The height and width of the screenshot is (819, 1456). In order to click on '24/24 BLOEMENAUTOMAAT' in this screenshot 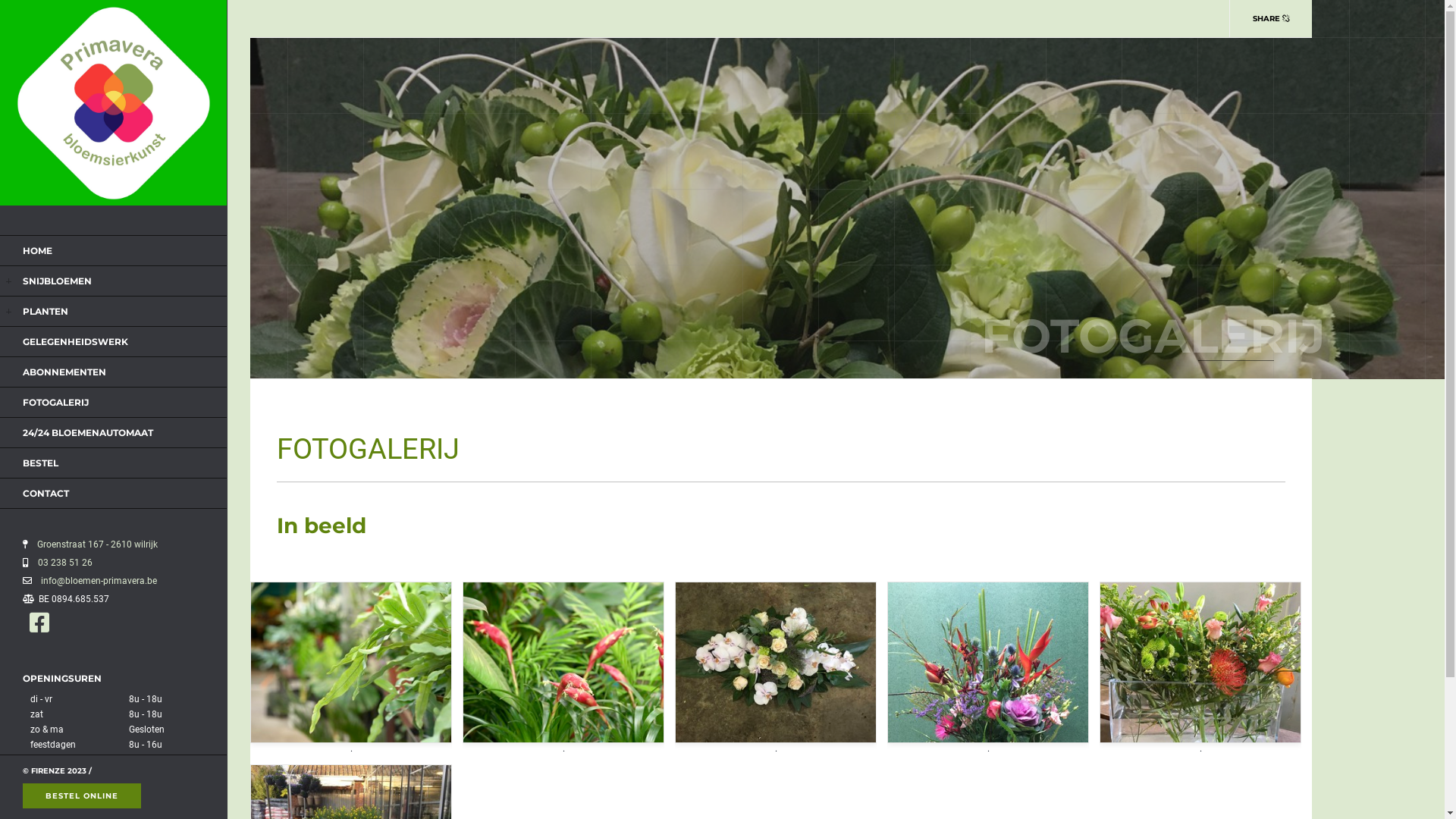, I will do `click(86, 432)`.